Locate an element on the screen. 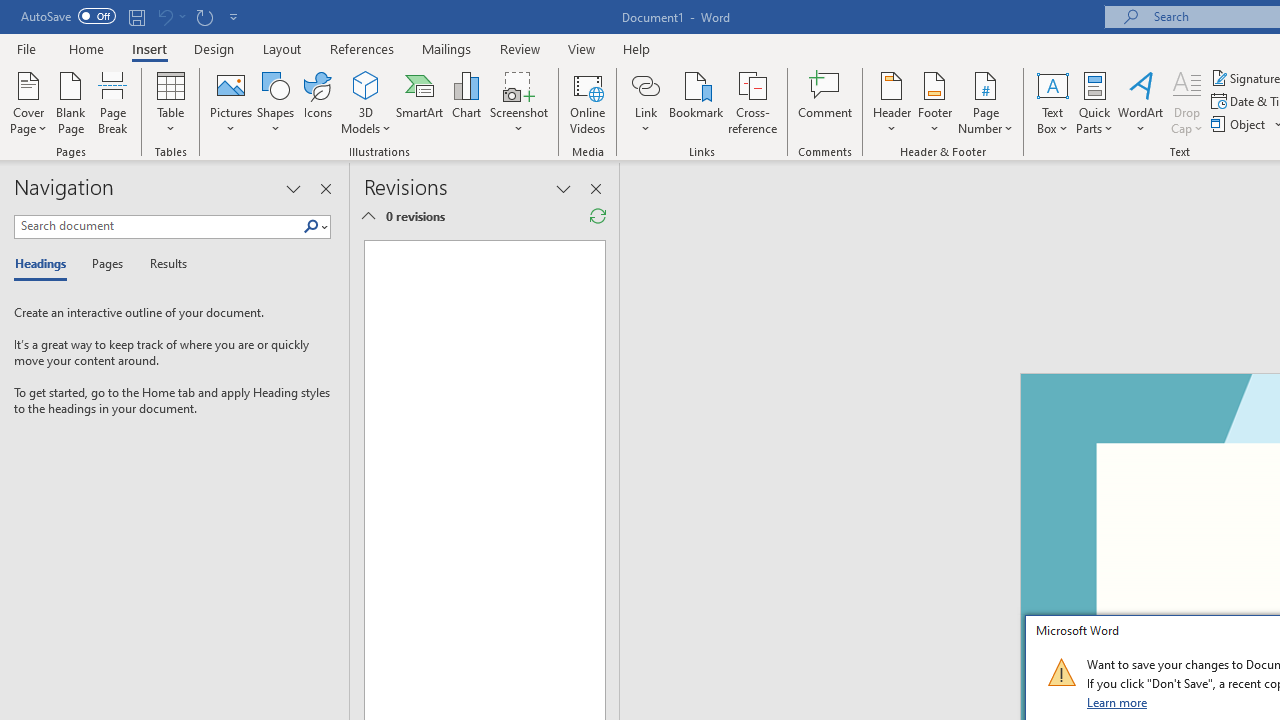 The image size is (1280, 720). 'Chart...' is located at coordinates (465, 103).